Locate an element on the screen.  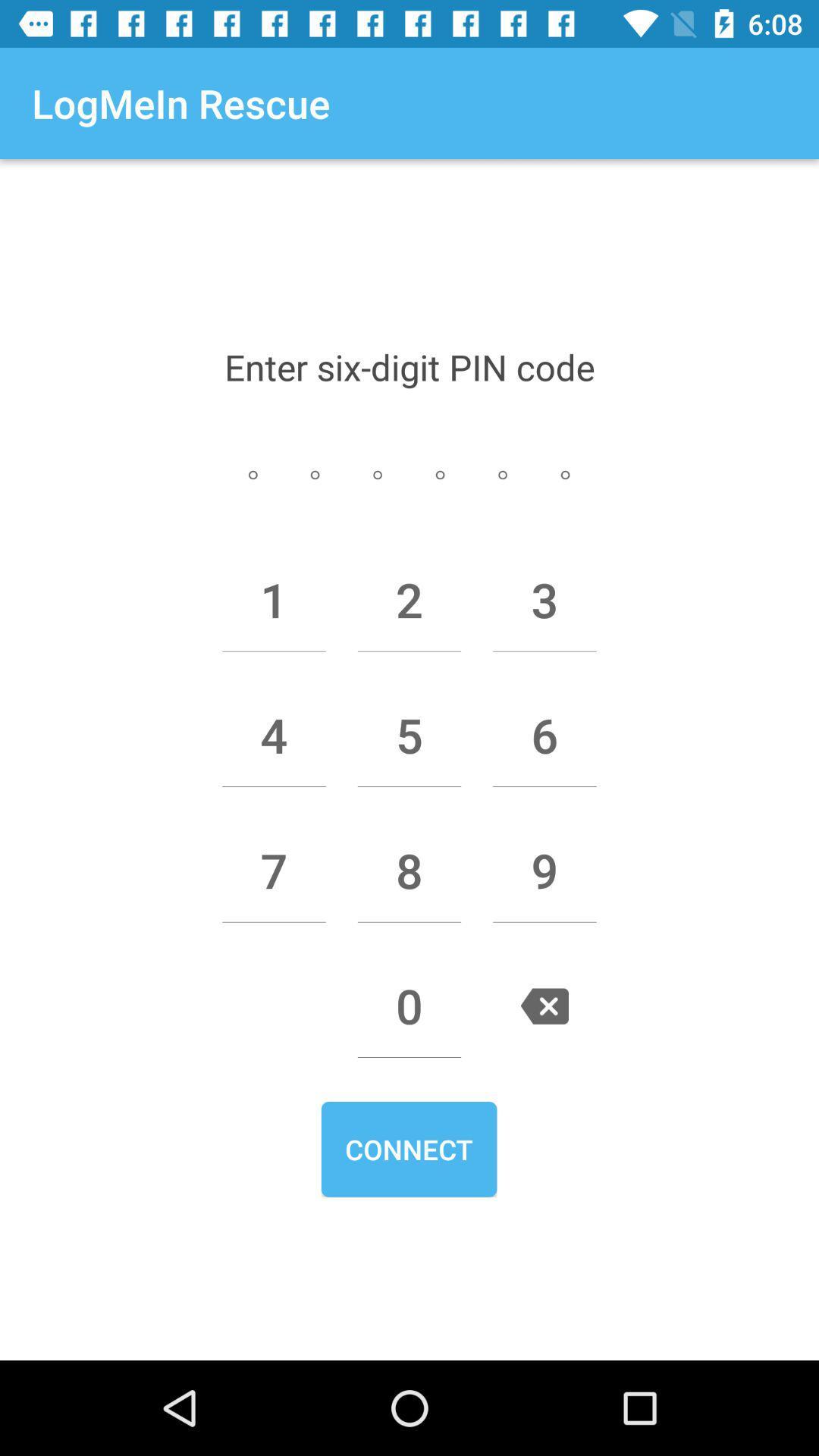
item next to the 8 is located at coordinates (274, 871).